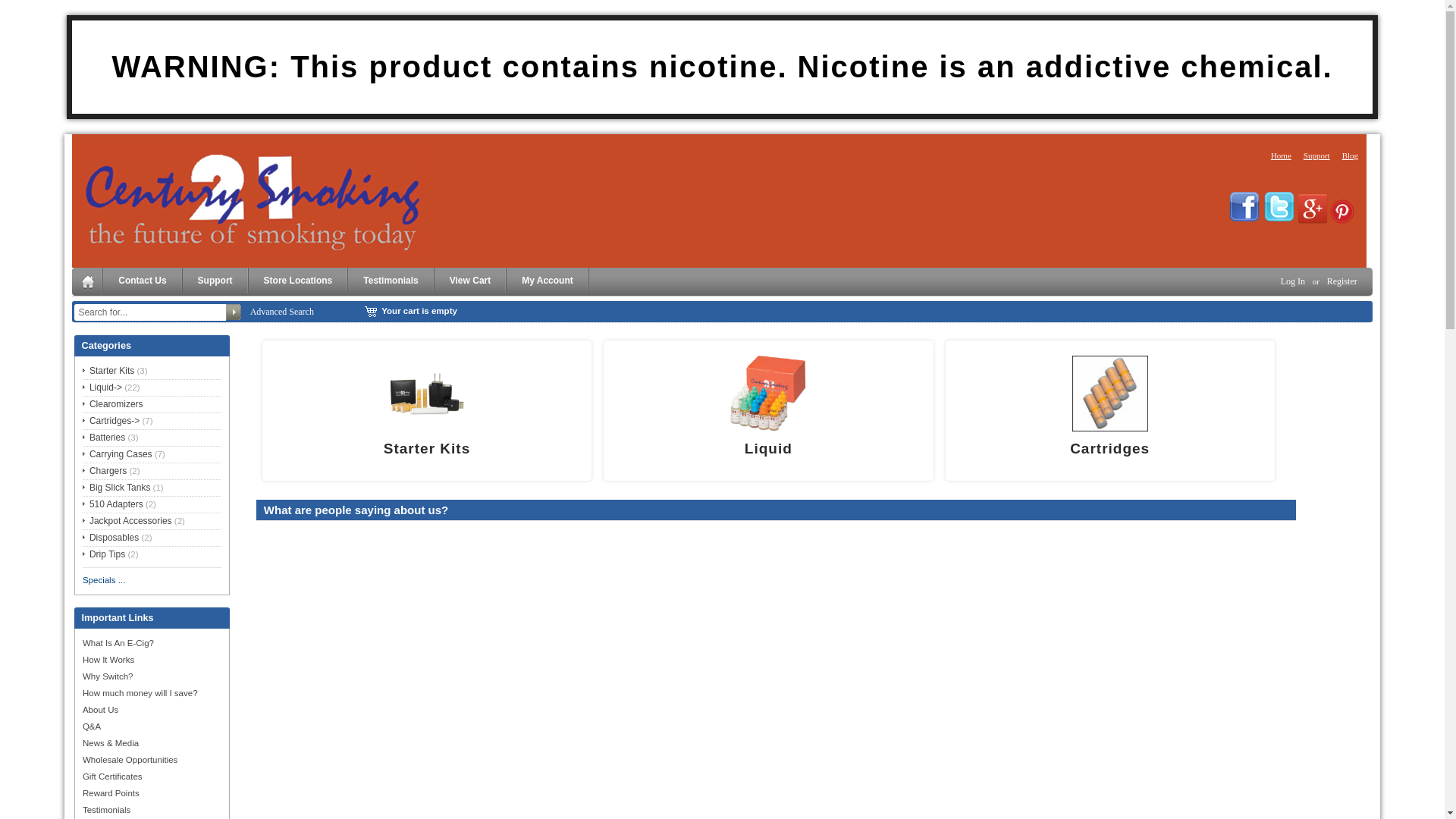 Image resolution: width=1456 pixels, height=819 pixels. Describe the element at coordinates (140, 693) in the screenshot. I see `'How much money will I save?'` at that location.